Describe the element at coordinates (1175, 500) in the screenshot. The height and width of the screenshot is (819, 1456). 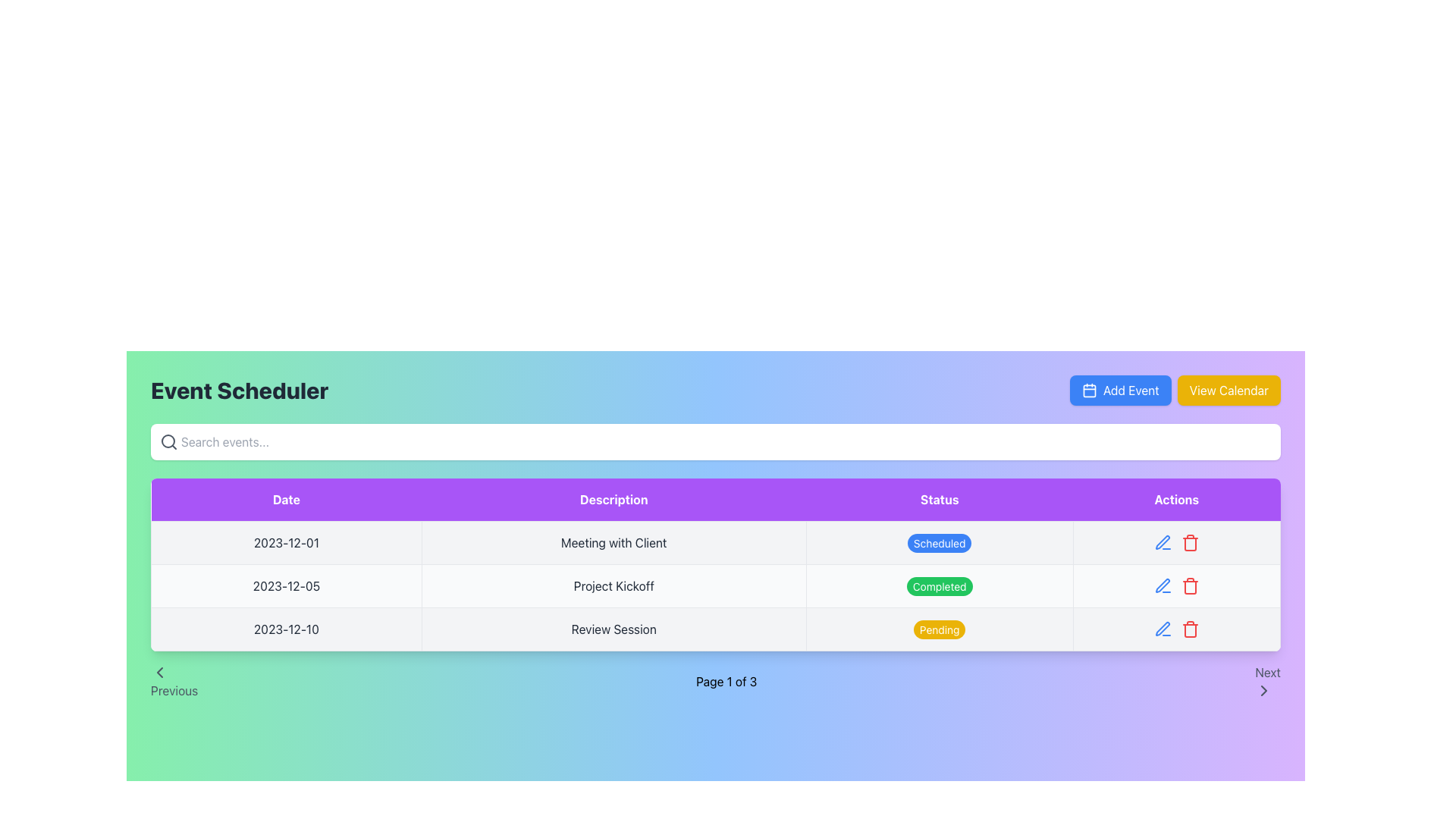
I see `the 'Actions' header label in the table, which is the fourth label in a horizontal arrangement with 'Date', 'Description', and 'Status' as its siblings` at that location.